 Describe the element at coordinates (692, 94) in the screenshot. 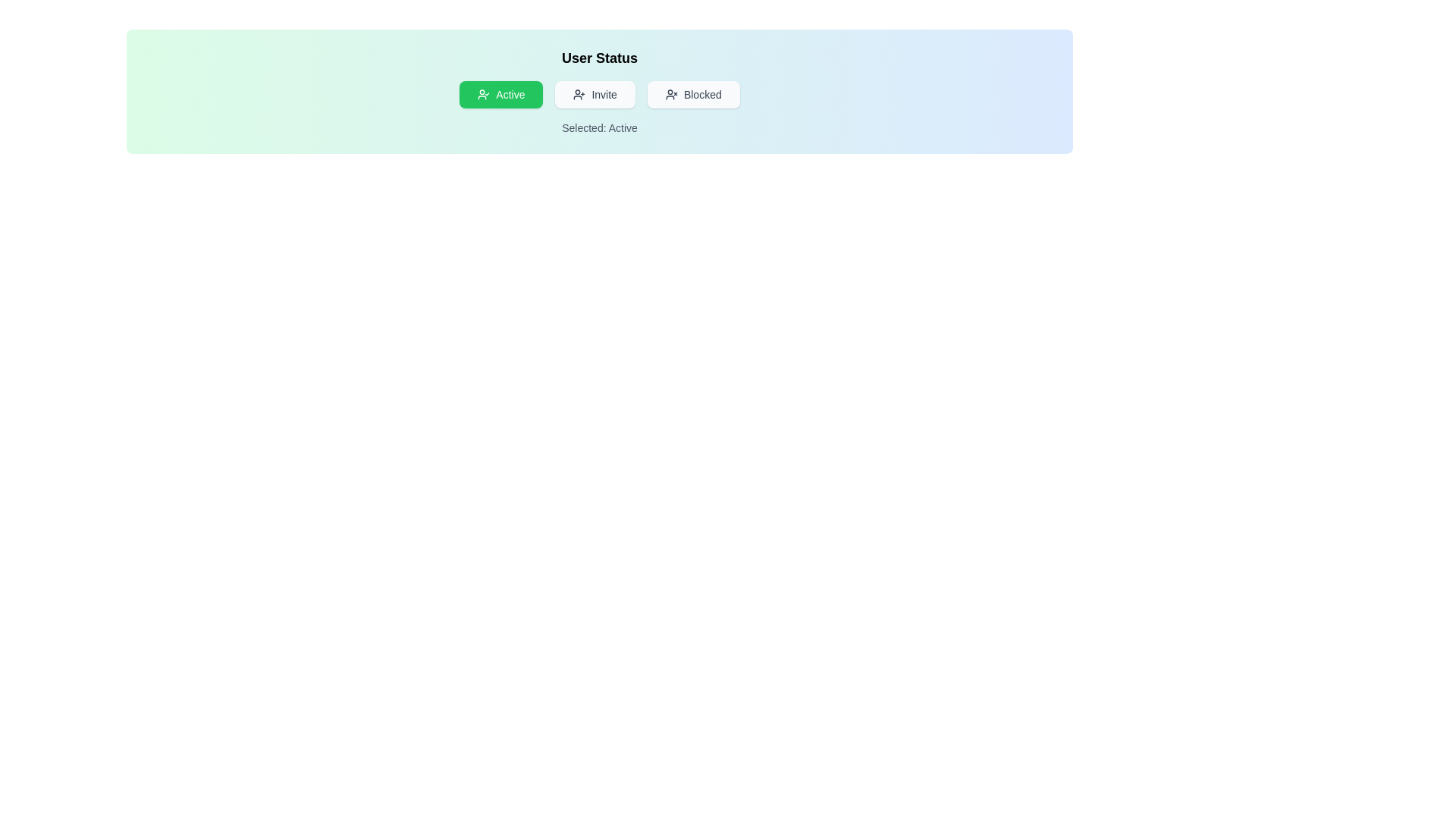

I see `the chip labeled Blocked` at that location.